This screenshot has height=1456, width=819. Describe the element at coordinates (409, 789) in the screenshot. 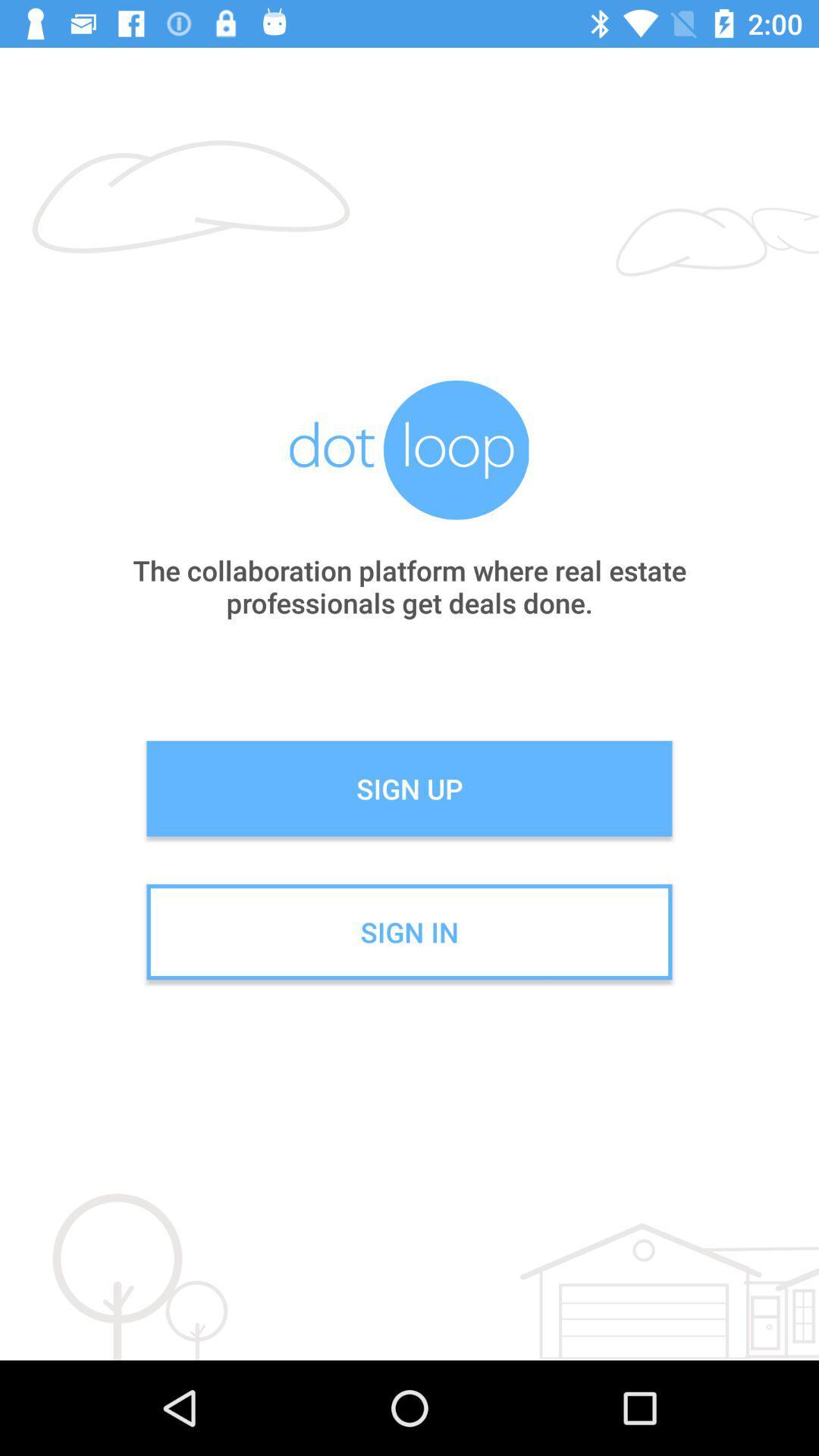

I see `icon above the sign in item` at that location.